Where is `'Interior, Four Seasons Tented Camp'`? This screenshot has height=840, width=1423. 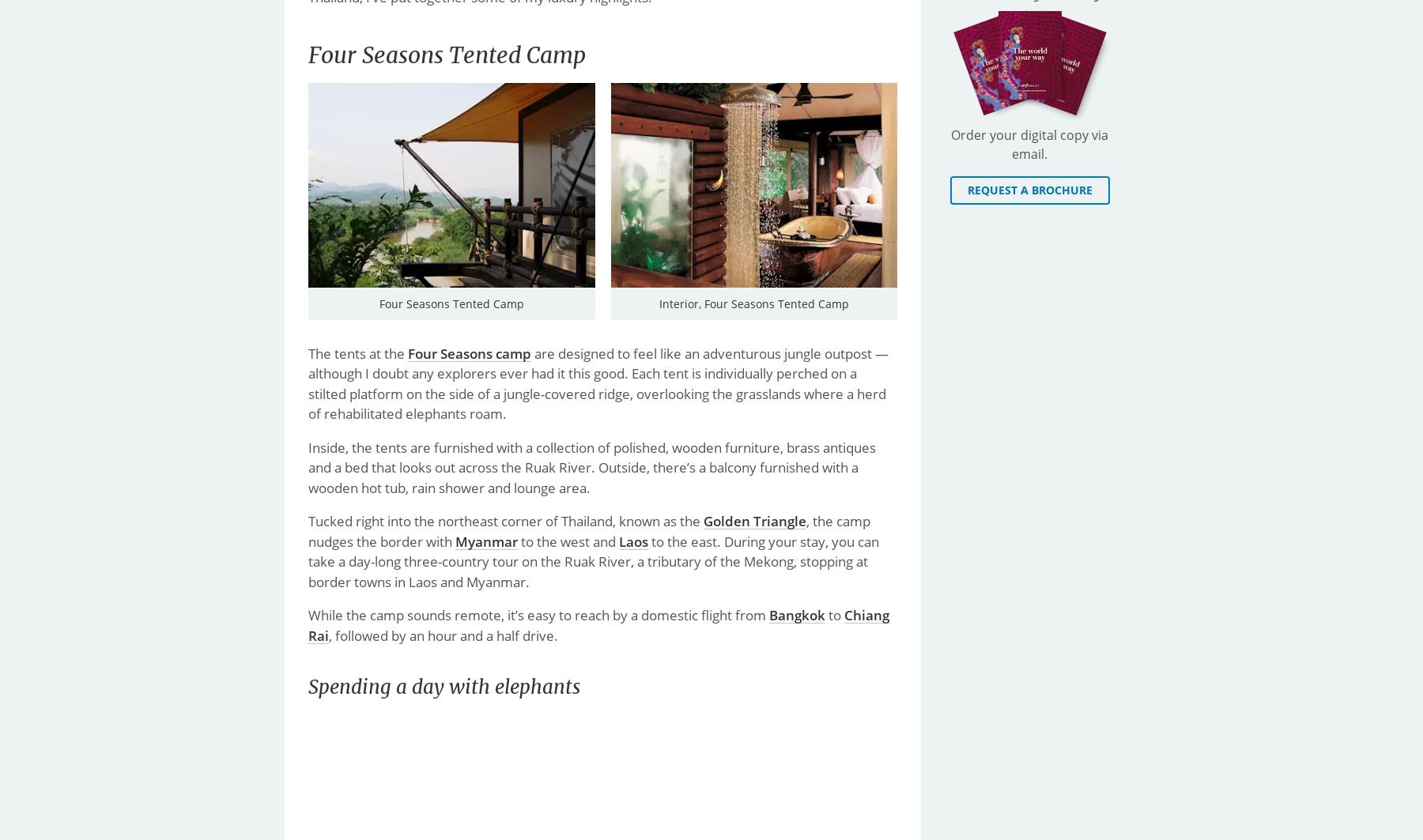
'Interior, Four Seasons Tented Camp' is located at coordinates (659, 303).